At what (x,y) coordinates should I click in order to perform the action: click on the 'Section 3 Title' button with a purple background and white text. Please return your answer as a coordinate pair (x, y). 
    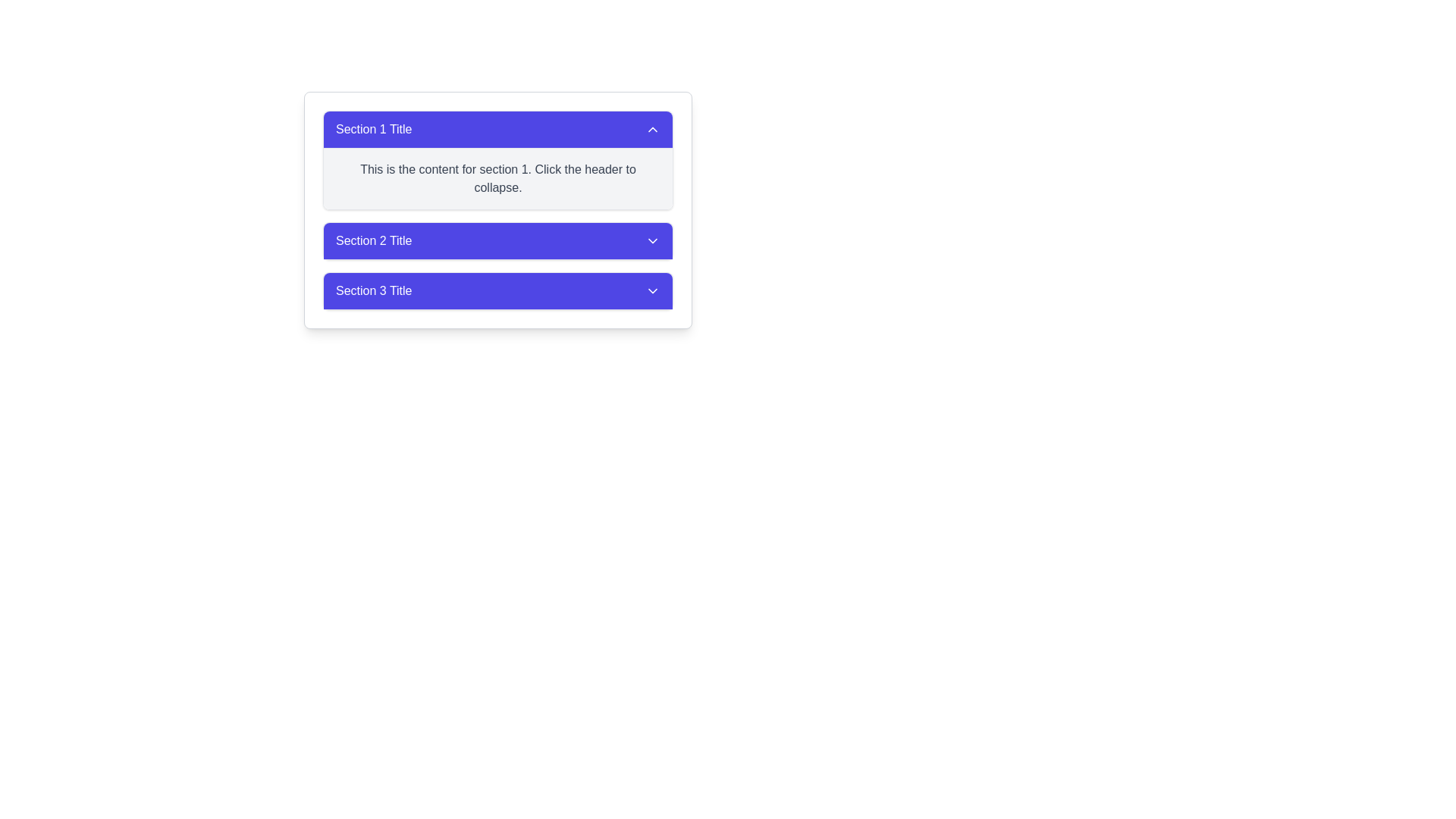
    Looking at the image, I should click on (498, 291).